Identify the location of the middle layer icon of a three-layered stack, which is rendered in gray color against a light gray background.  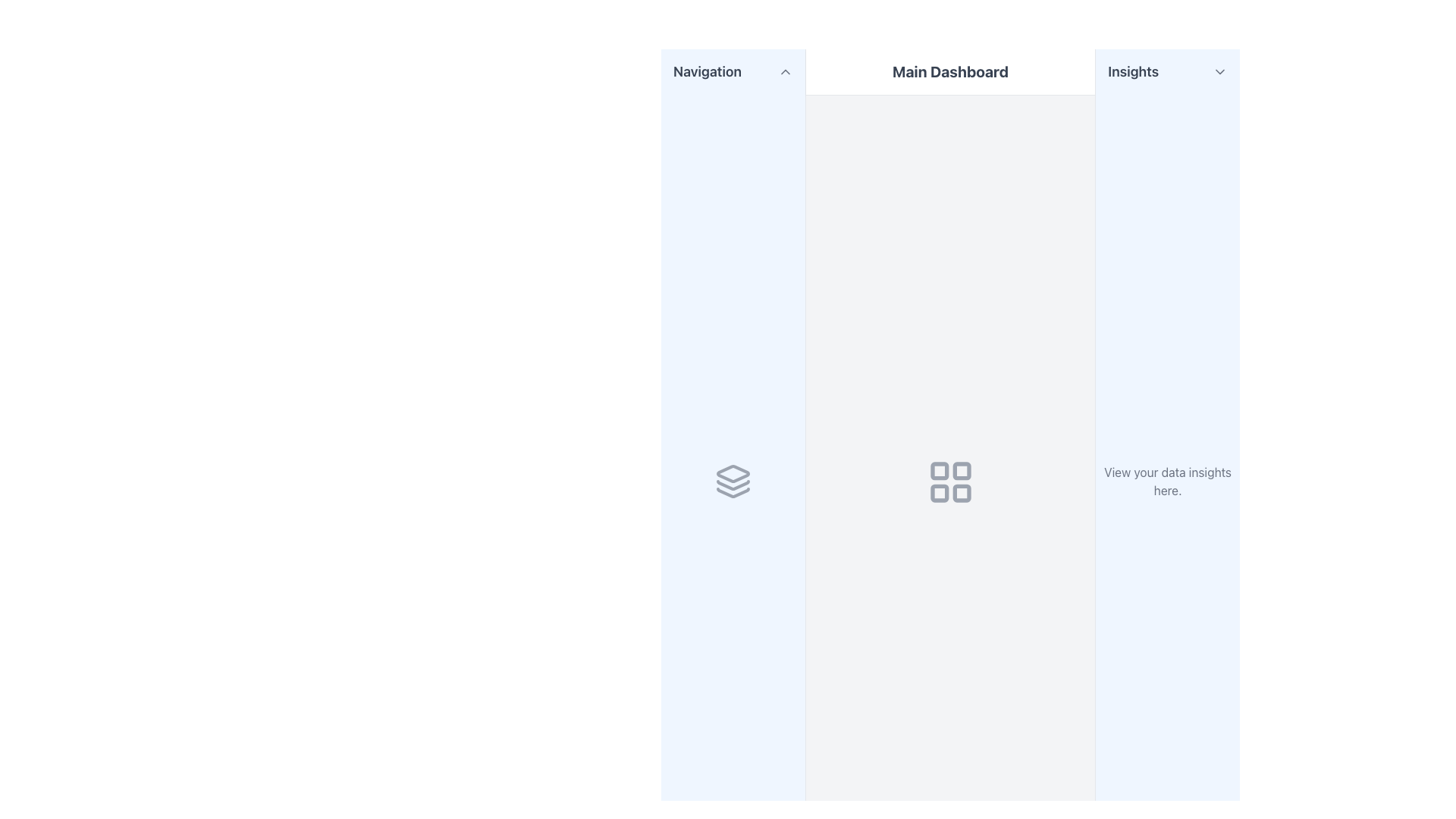
(733, 485).